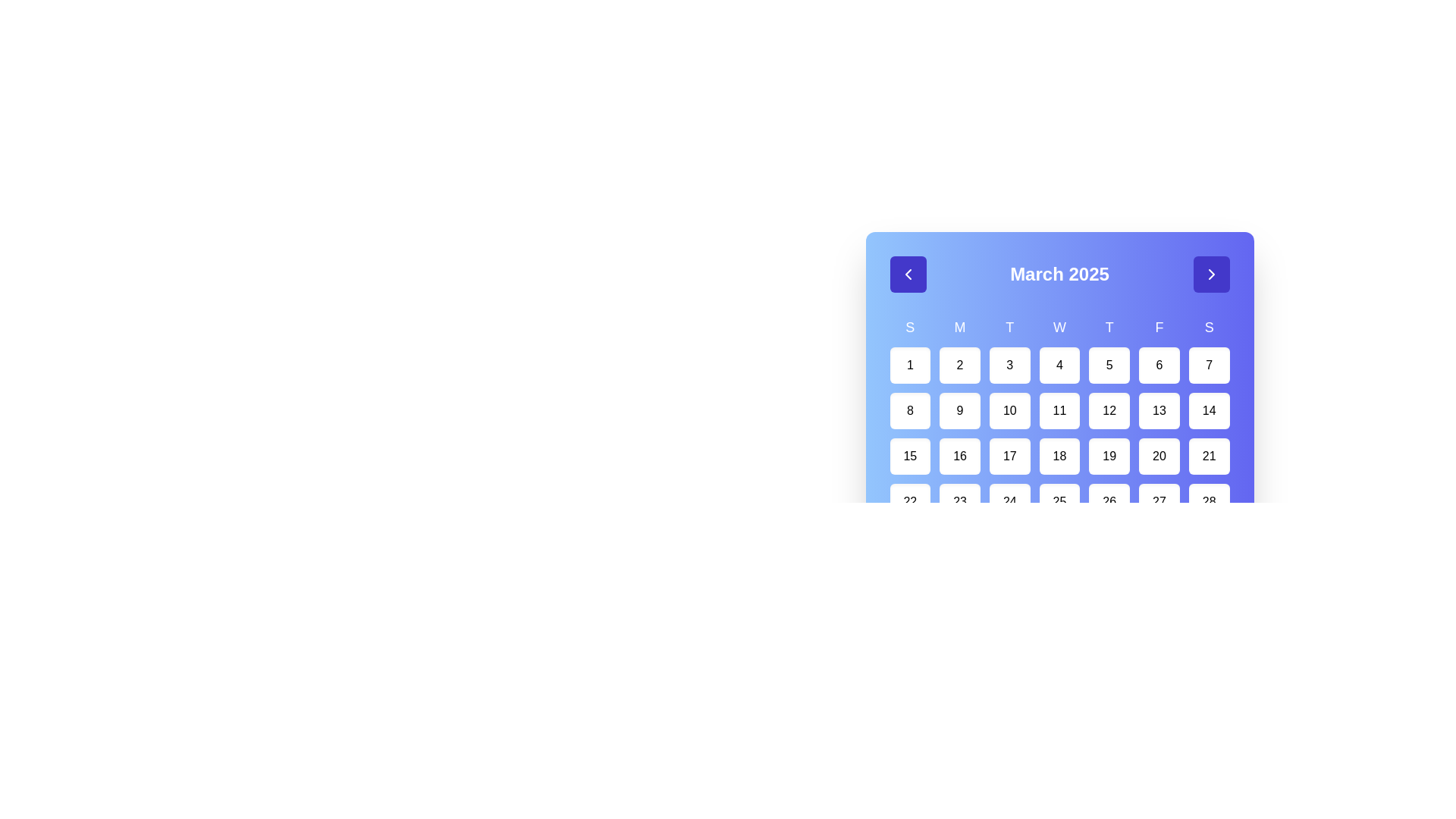  I want to click on the rightward chevron arrow icon located inside the square button at the top-right corner of the calendar interface, so click(1210, 275).